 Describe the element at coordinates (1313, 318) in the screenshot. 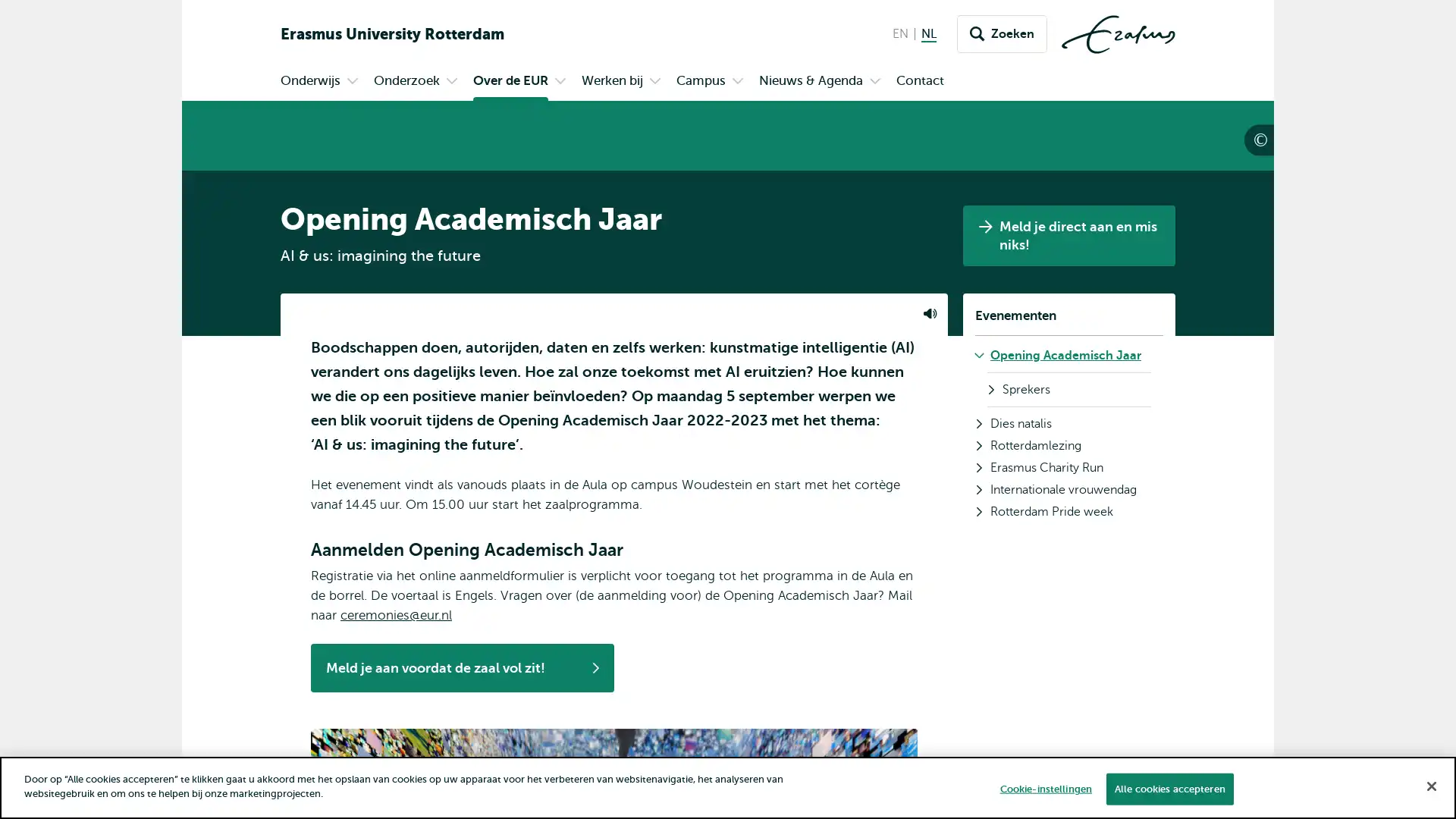

I see `Rafik Anadol` at that location.